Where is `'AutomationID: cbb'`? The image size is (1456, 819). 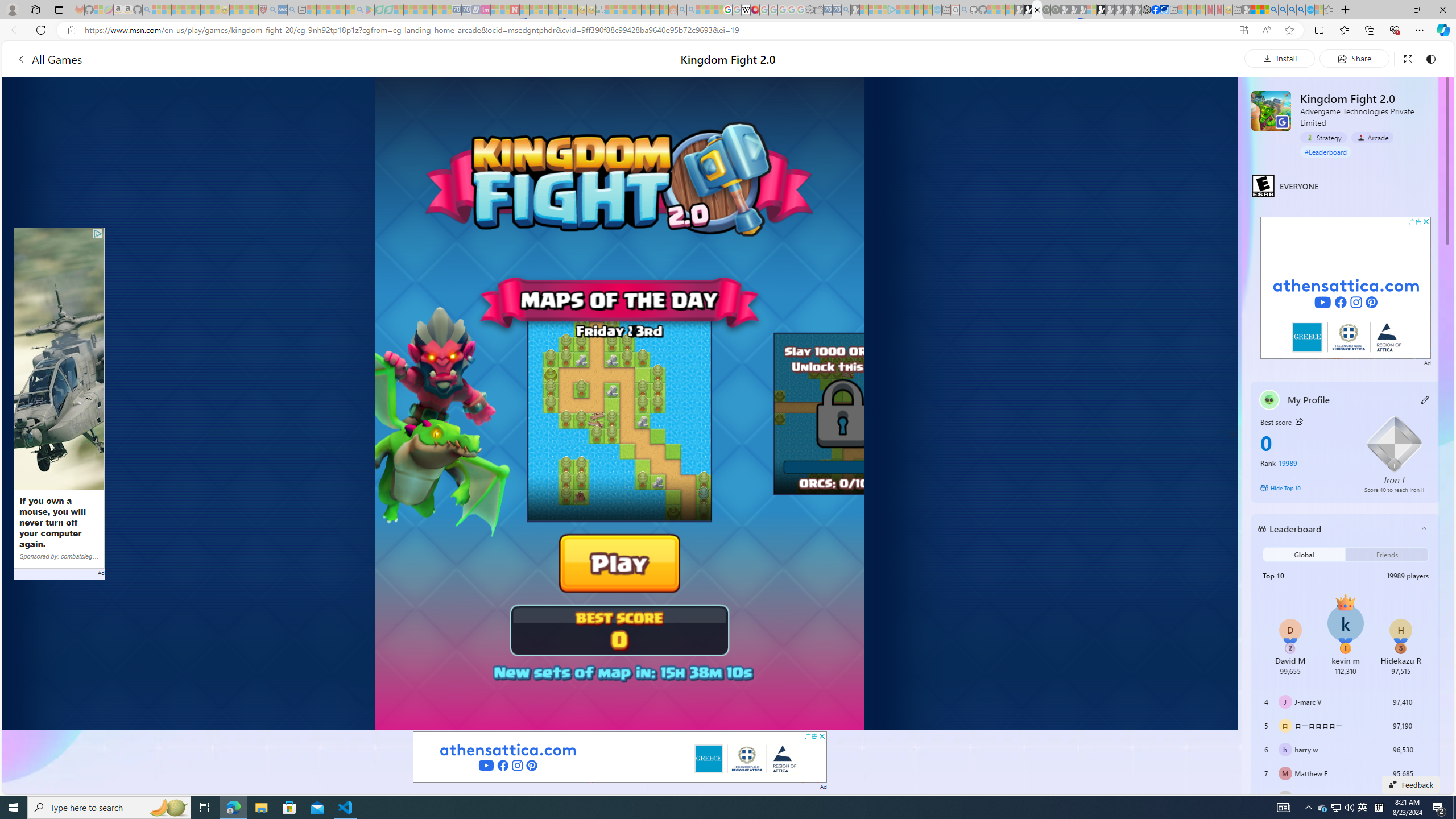 'AutomationID: cbb' is located at coordinates (1426, 221).